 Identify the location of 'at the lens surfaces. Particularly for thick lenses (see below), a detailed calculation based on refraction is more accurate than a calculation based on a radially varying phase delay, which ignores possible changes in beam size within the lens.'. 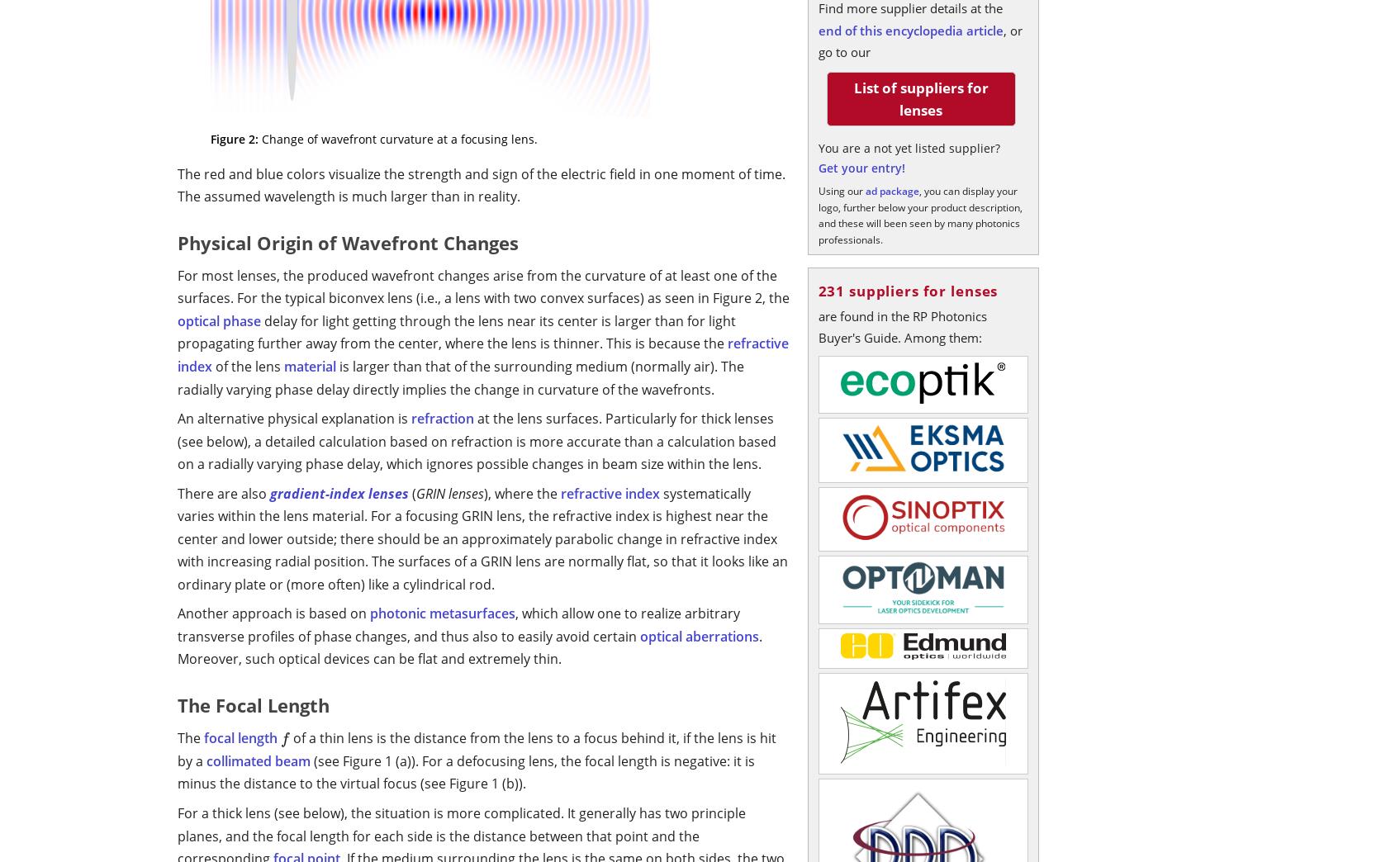
(477, 440).